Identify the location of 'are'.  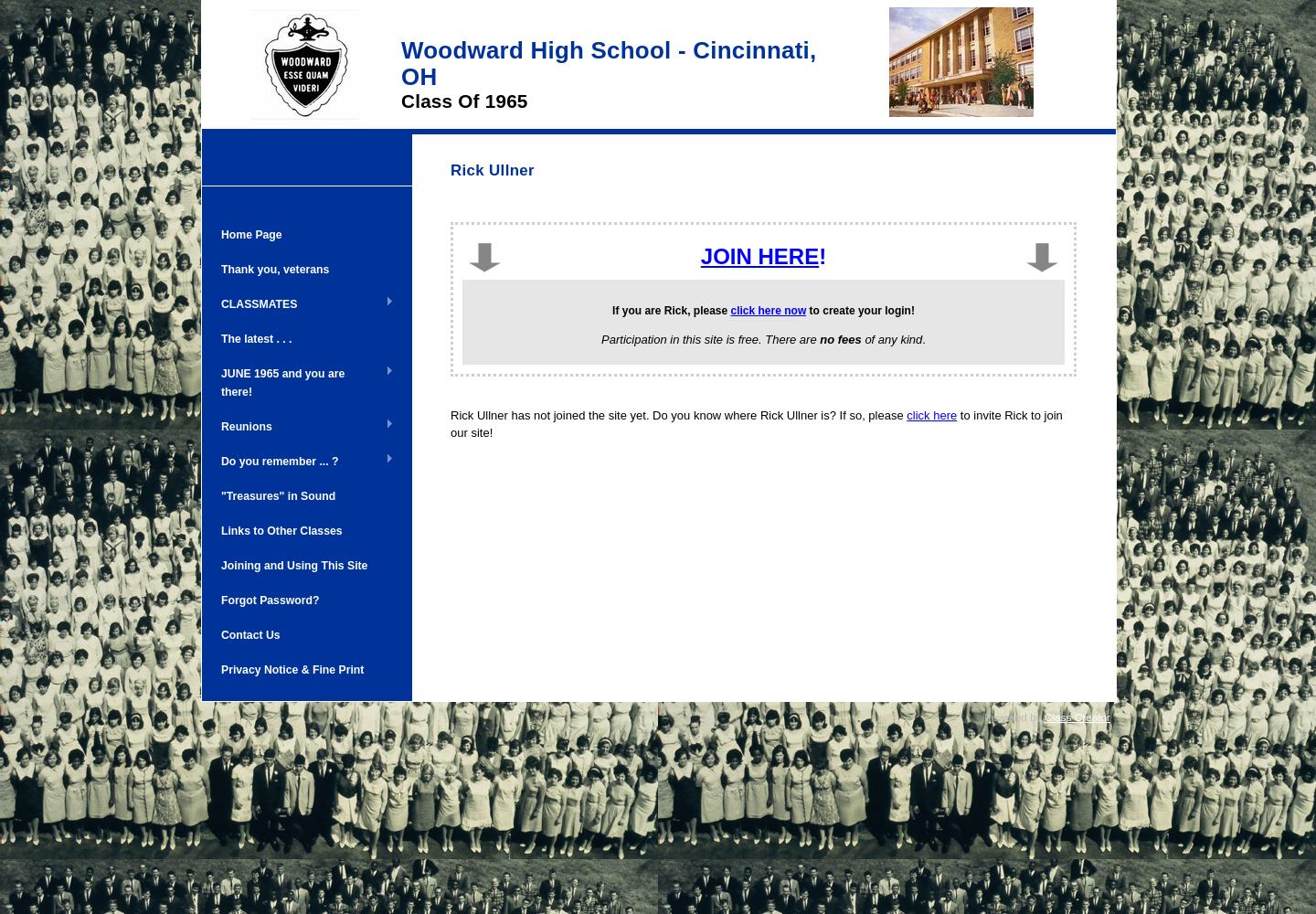
(652, 309).